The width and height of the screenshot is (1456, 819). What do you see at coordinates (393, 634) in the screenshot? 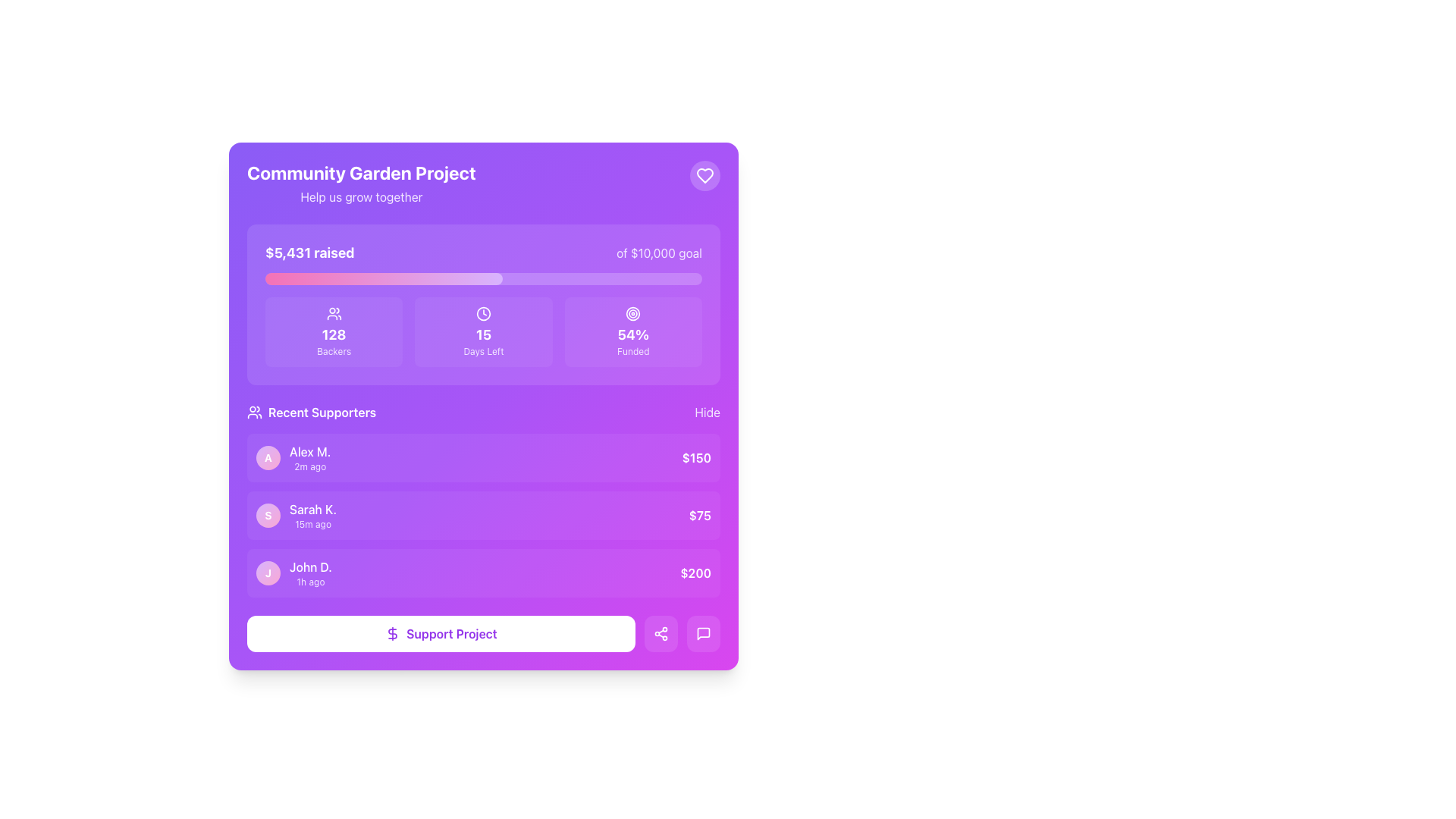
I see `the monetary action icon located` at bounding box center [393, 634].